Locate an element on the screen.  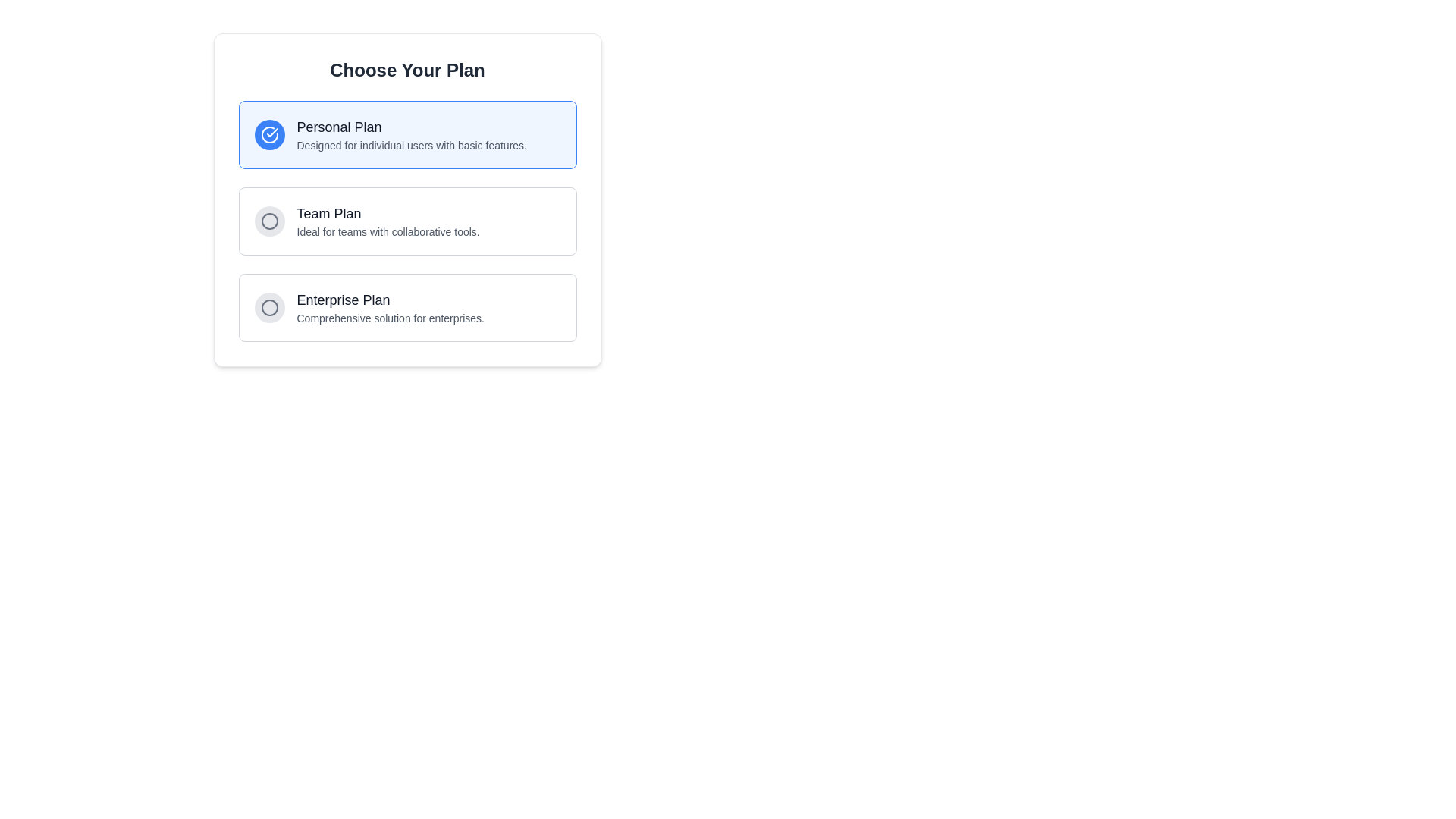
the 'Personal Plan' text label is located at coordinates (412, 133).